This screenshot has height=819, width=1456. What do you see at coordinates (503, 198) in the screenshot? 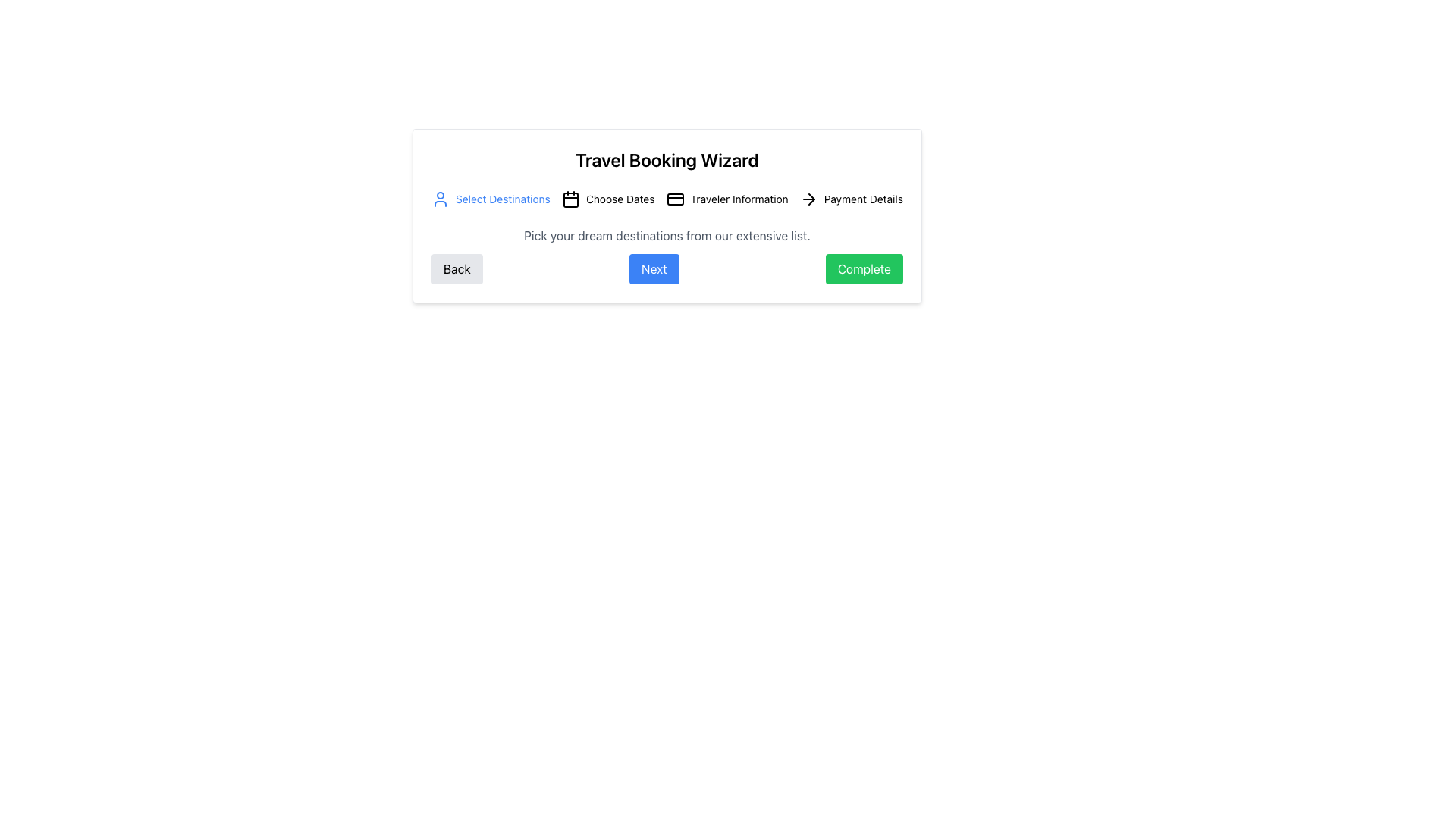
I see `the text label indicating a specific step or option within the navigation process` at bounding box center [503, 198].